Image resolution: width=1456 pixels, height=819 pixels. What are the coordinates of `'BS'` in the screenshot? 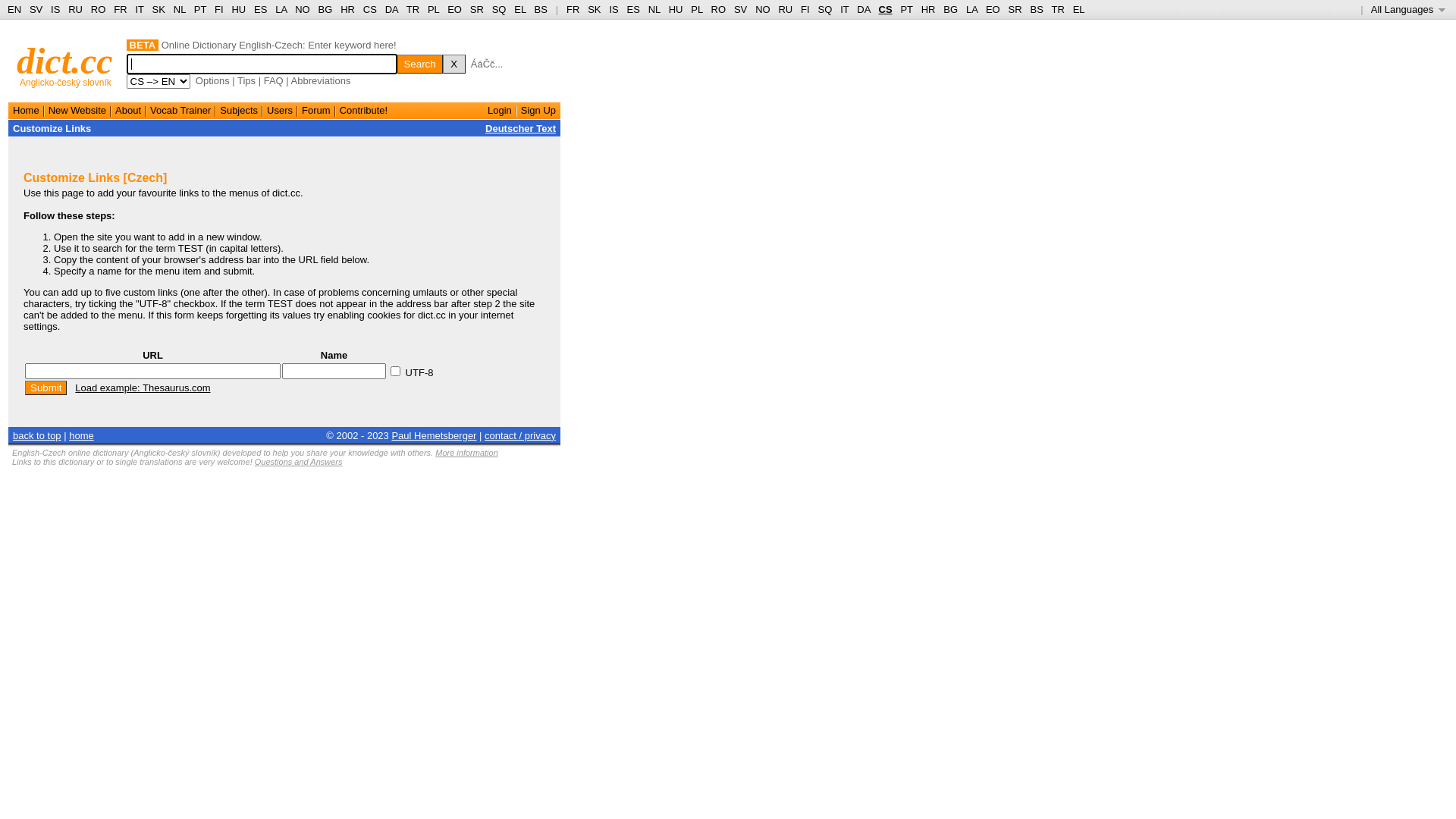 It's located at (535, 9).